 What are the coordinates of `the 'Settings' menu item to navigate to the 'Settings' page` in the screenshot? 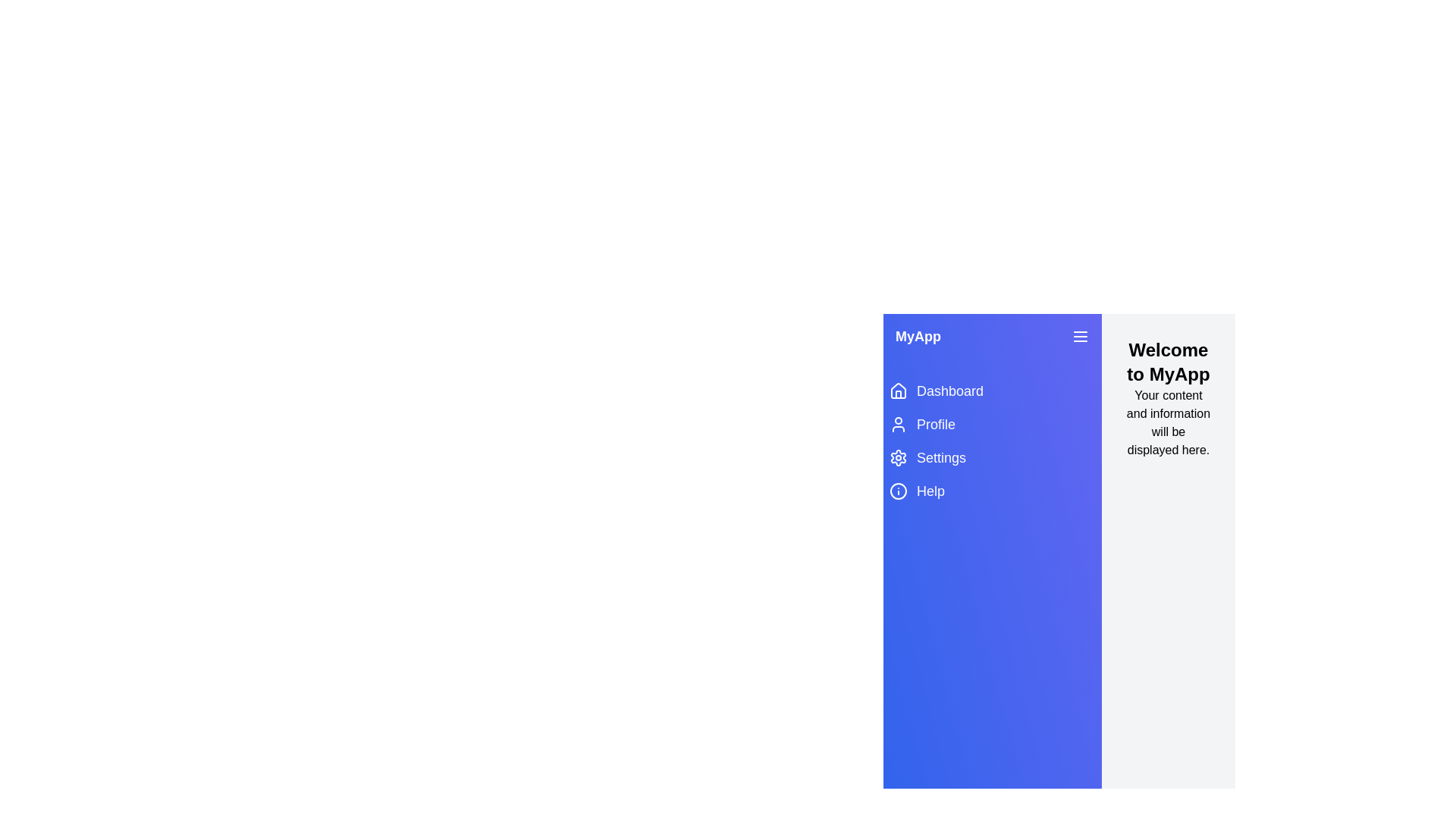 It's located at (993, 457).